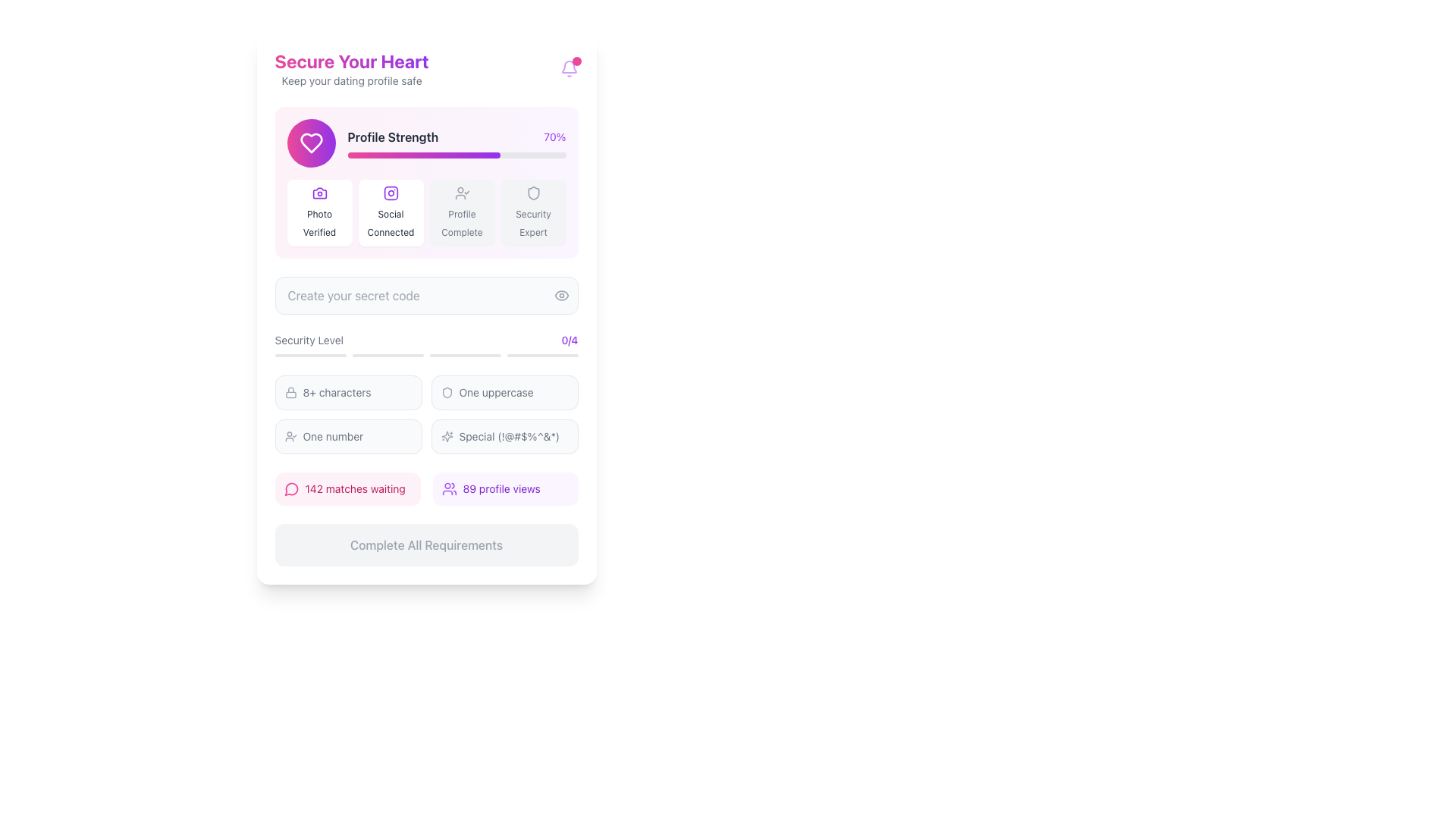 This screenshot has width=1456, height=819. I want to click on the Text Label indicating the password requirement for at least 8 characters, located in the 'Security Level' section at the top-left of its row, so click(336, 391).